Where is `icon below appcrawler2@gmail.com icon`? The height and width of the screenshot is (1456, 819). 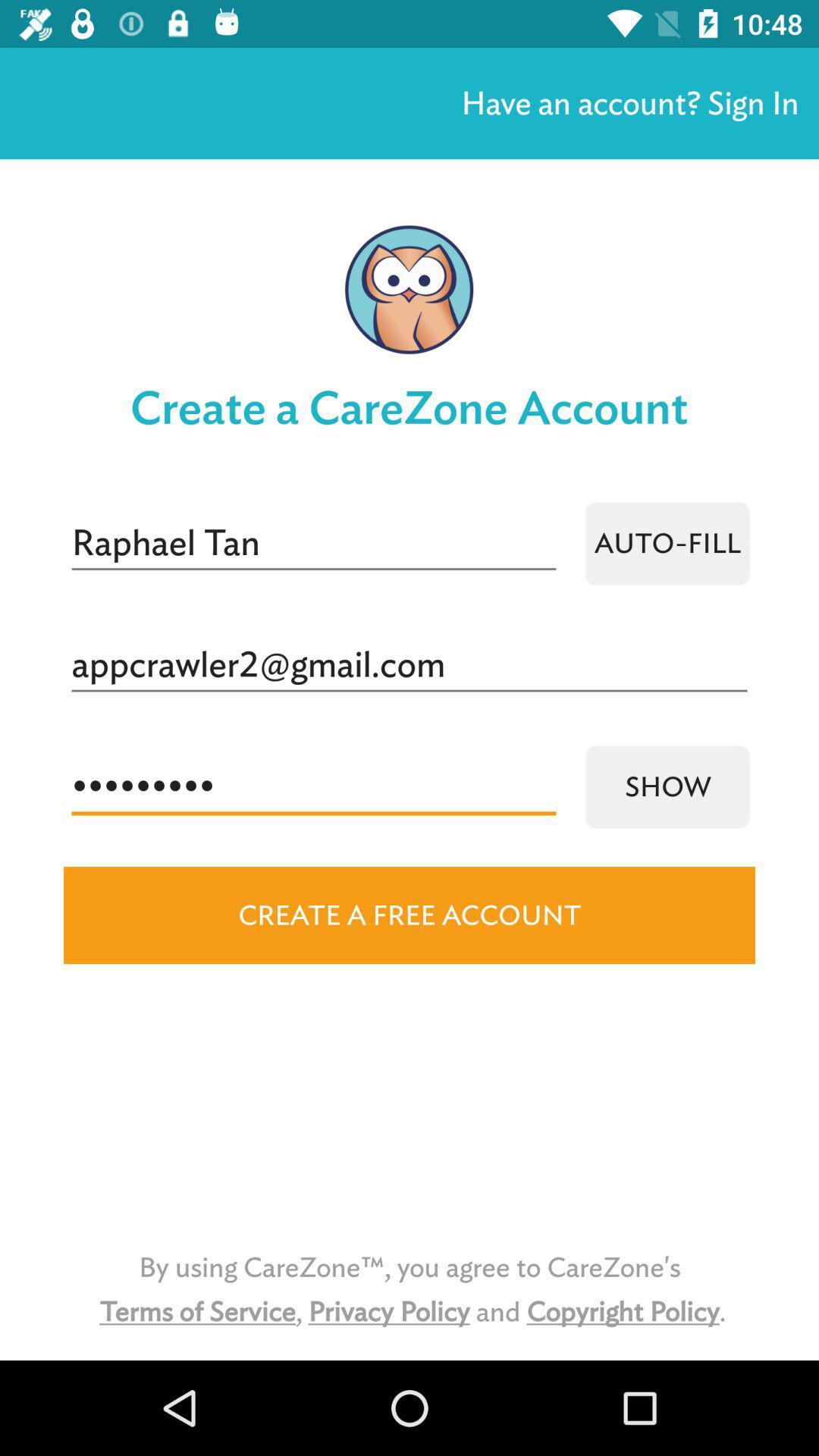 icon below appcrawler2@gmail.com icon is located at coordinates (667, 786).